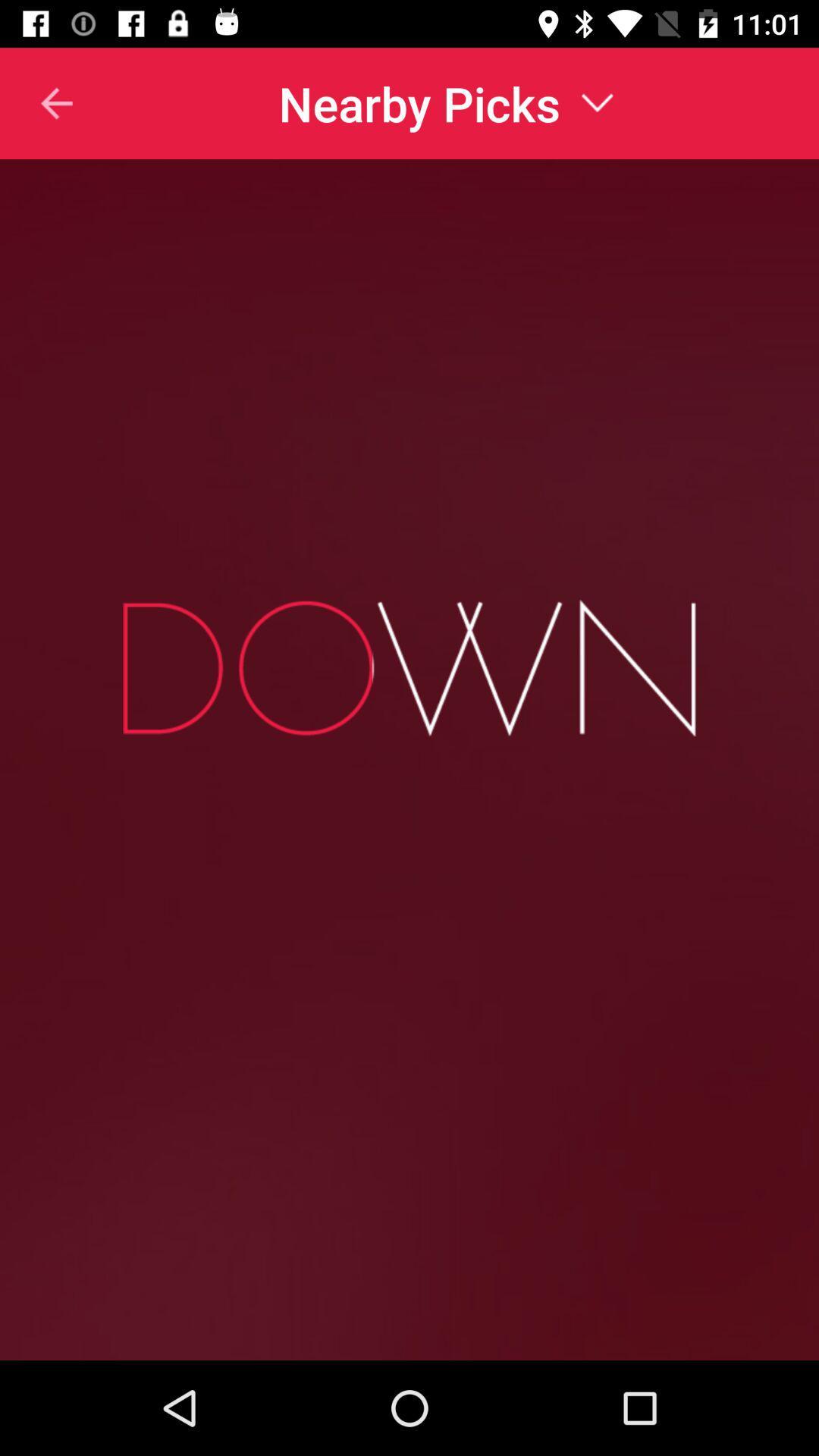  Describe the element at coordinates (36, 102) in the screenshot. I see `item at the top left corner` at that location.